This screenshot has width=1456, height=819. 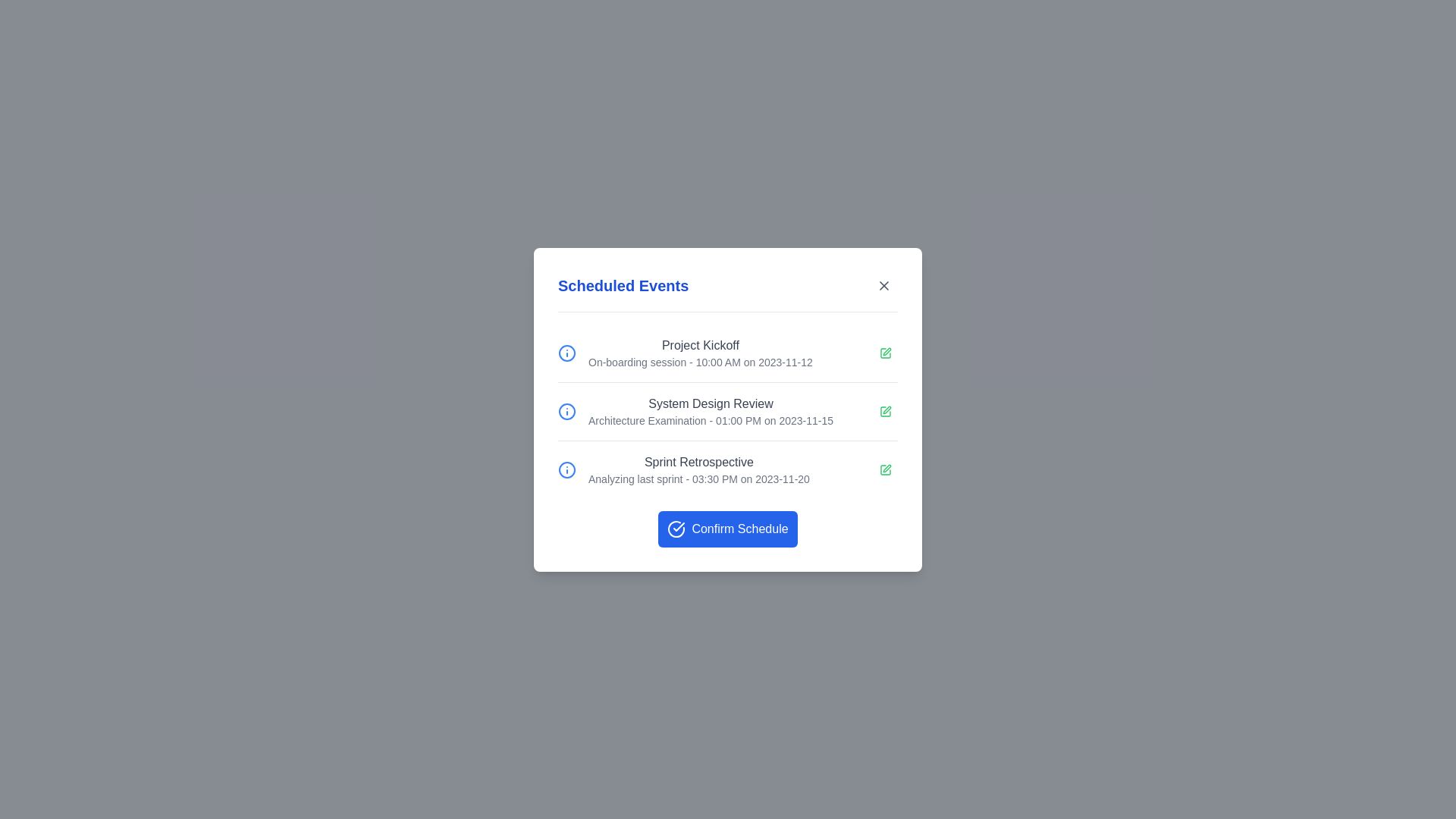 What do you see at coordinates (885, 469) in the screenshot?
I see `edit button for the event titled 'Sprint Retrospective'` at bounding box center [885, 469].